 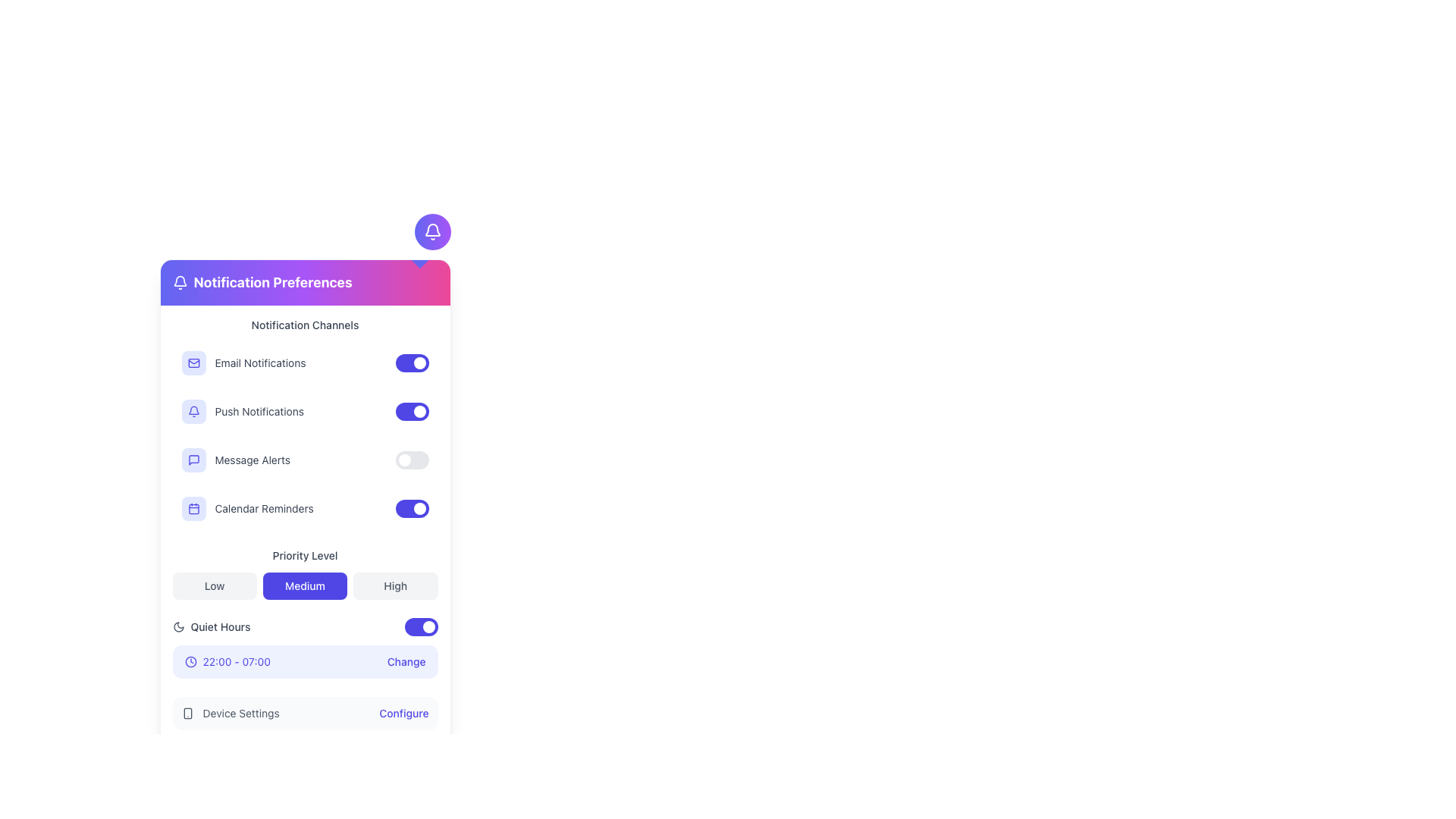 What do you see at coordinates (304, 324) in the screenshot?
I see `the Text Label or Header that describes the content and purpose of the notification options in the 'Notification Preferences' panel` at bounding box center [304, 324].